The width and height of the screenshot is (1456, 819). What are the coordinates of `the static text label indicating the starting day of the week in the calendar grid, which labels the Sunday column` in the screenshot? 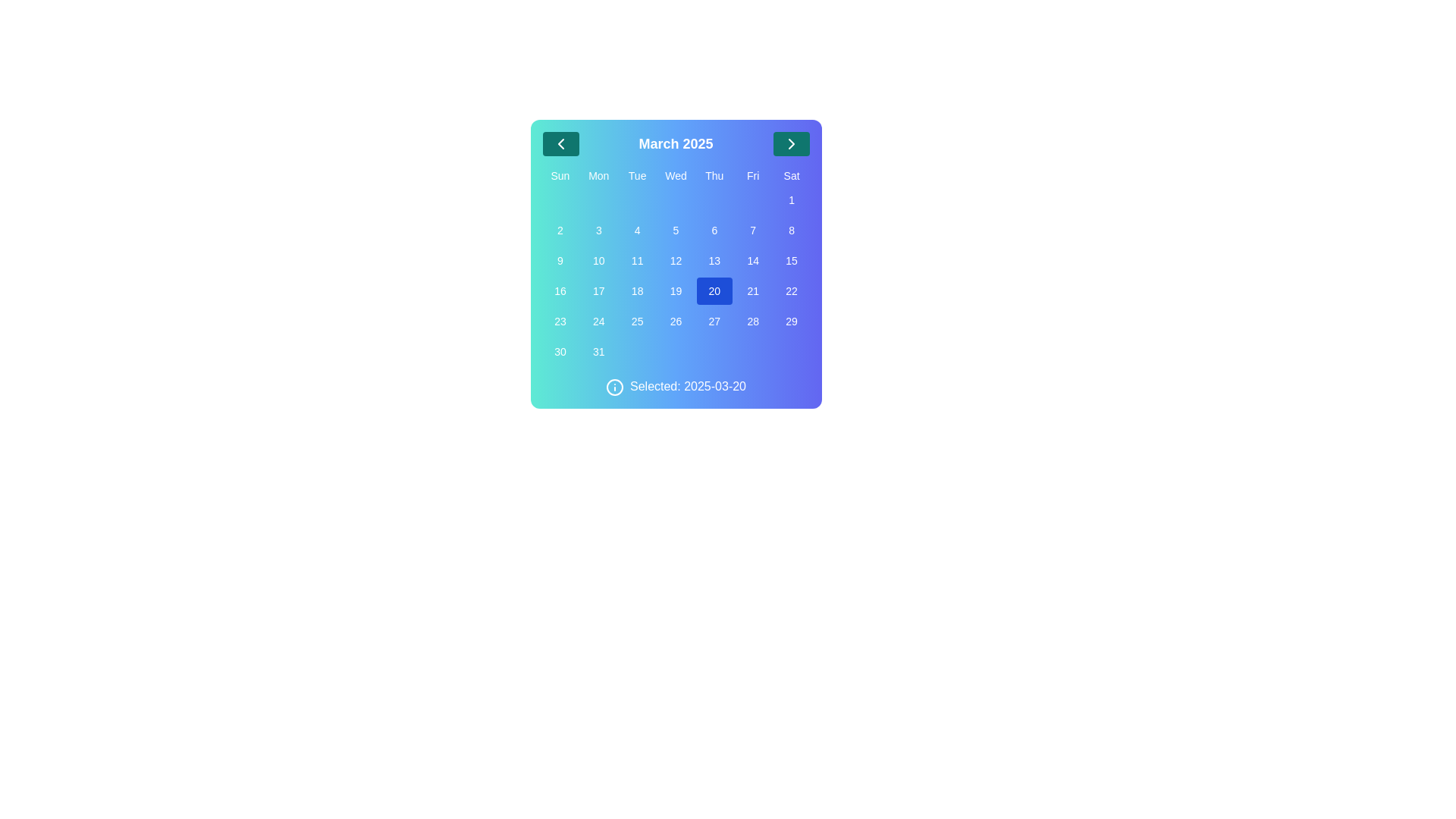 It's located at (560, 174).